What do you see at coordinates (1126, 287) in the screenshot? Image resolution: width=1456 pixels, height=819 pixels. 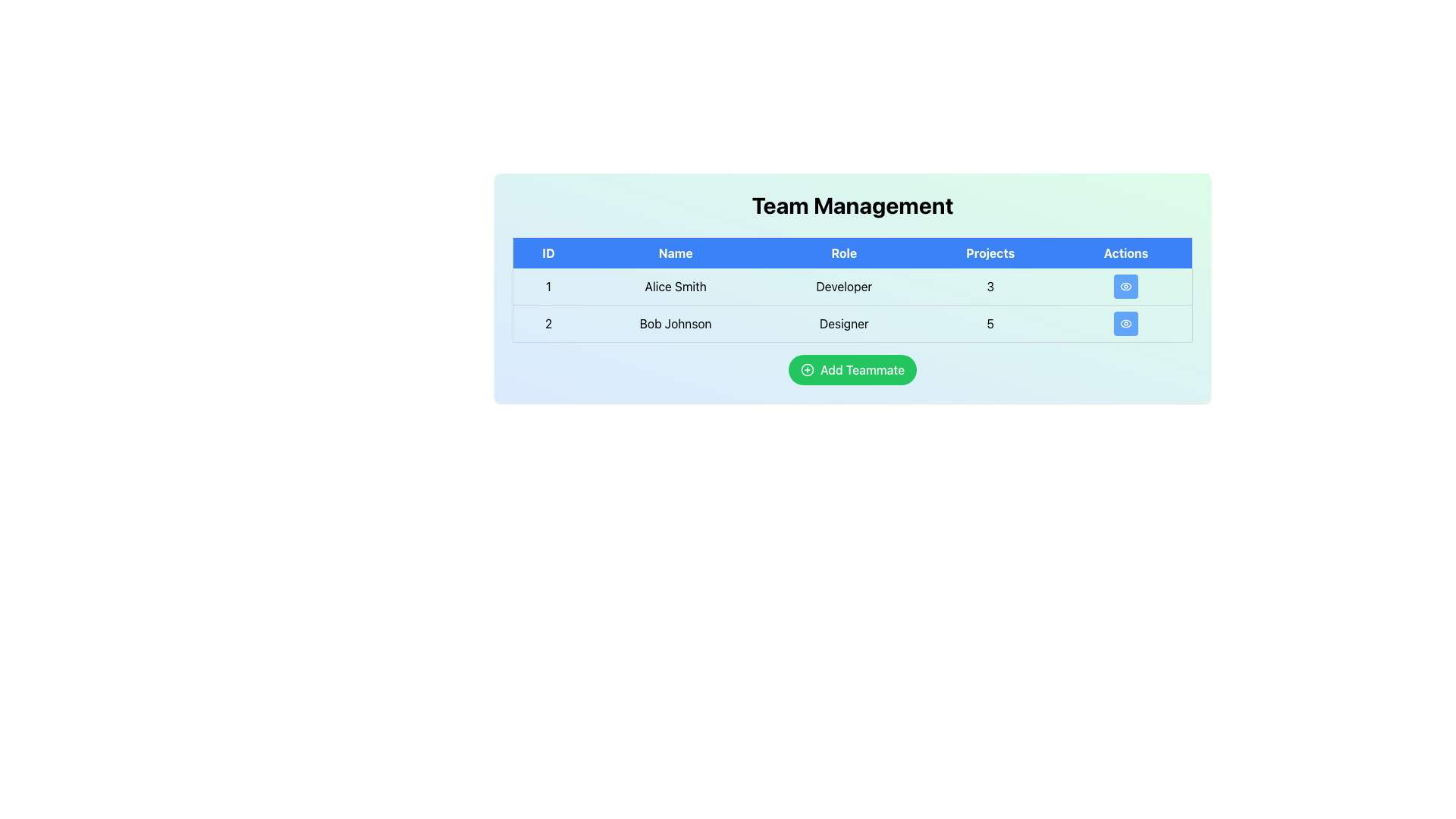 I see `the leftmost button in the 'Actions' column of the row corresponding to 'Alice Smith'` at bounding box center [1126, 287].